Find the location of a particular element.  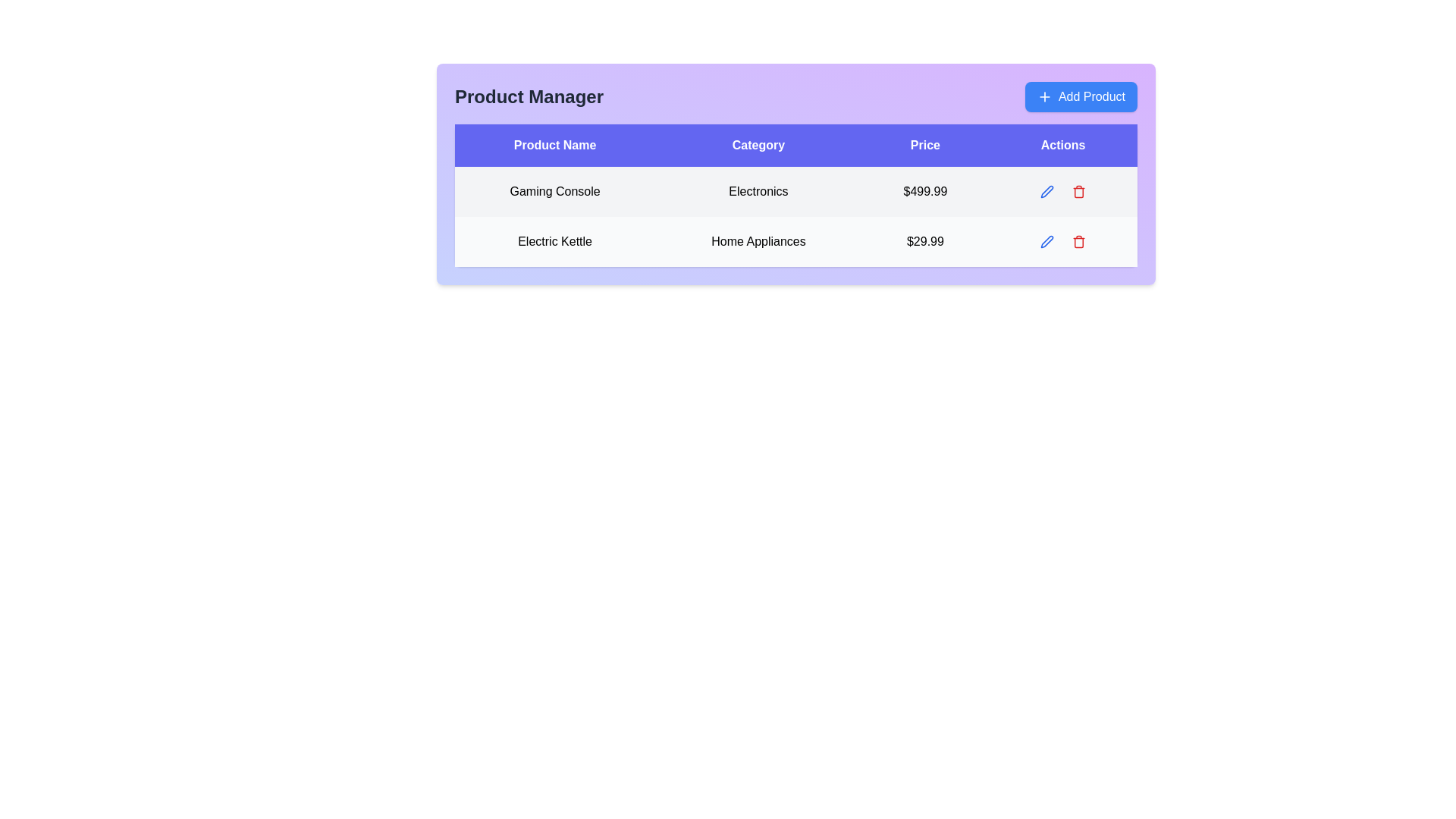

the 'Edit' icon located in the second row of the 'Actions' column to initiate editing the 'Electric Kettle' entry is located at coordinates (1046, 190).